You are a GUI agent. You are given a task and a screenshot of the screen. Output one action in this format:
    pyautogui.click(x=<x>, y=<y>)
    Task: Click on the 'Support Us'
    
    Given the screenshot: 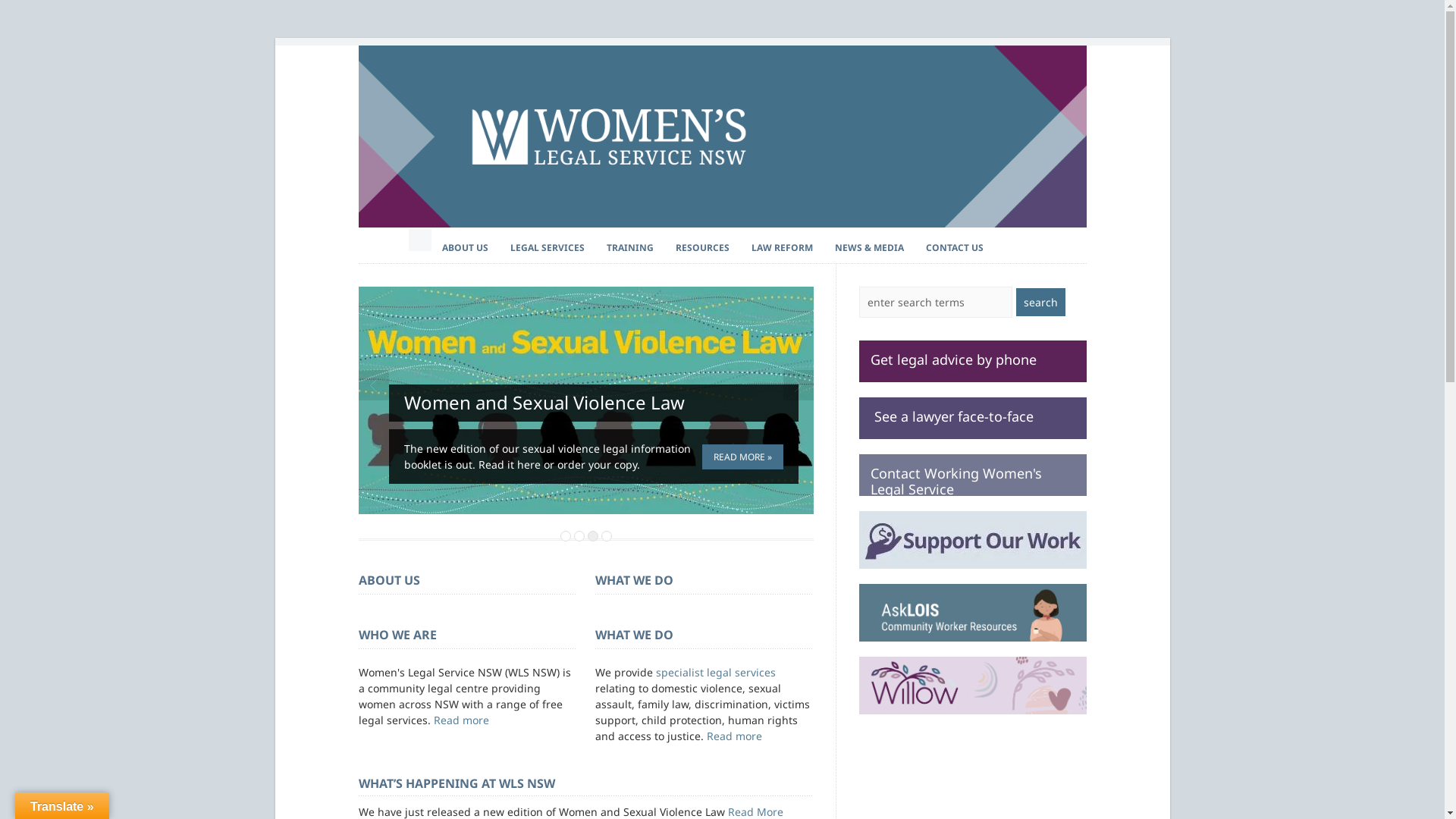 What is the action you would take?
    pyautogui.click(x=971, y=539)
    